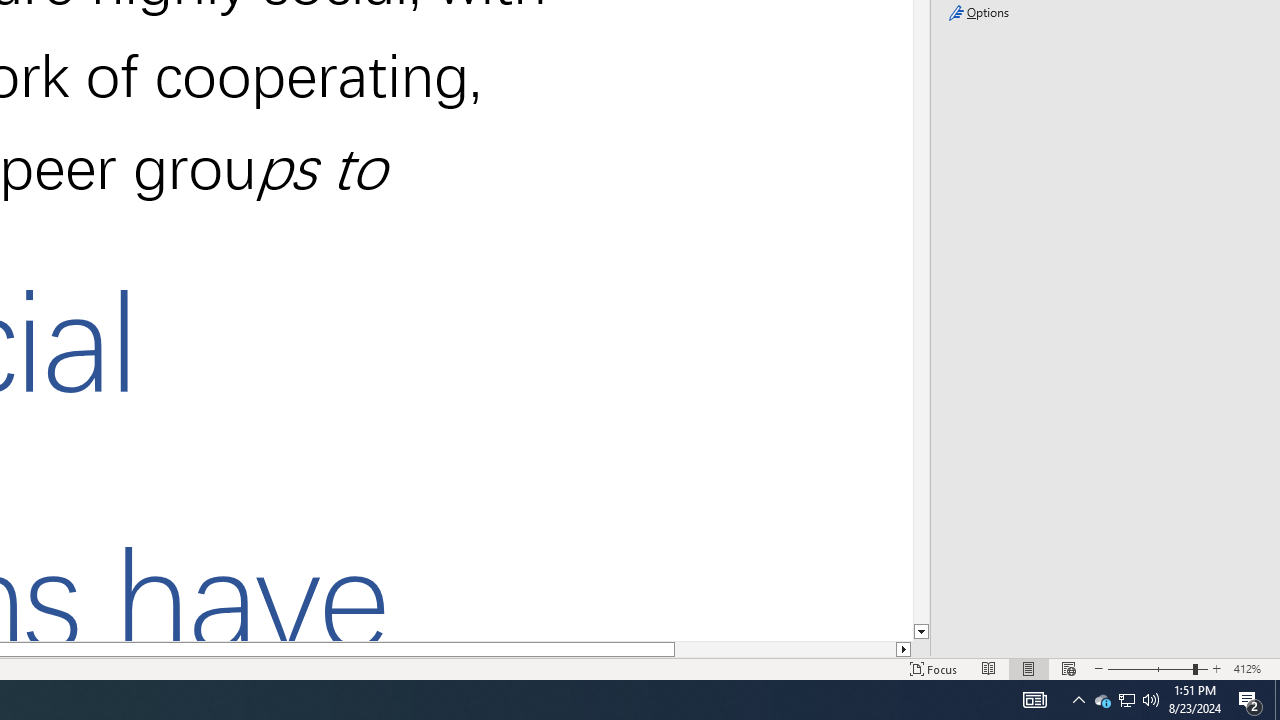 This screenshot has width=1280, height=720. Describe the element at coordinates (1068, 669) in the screenshot. I see `'Web Layout'` at that location.